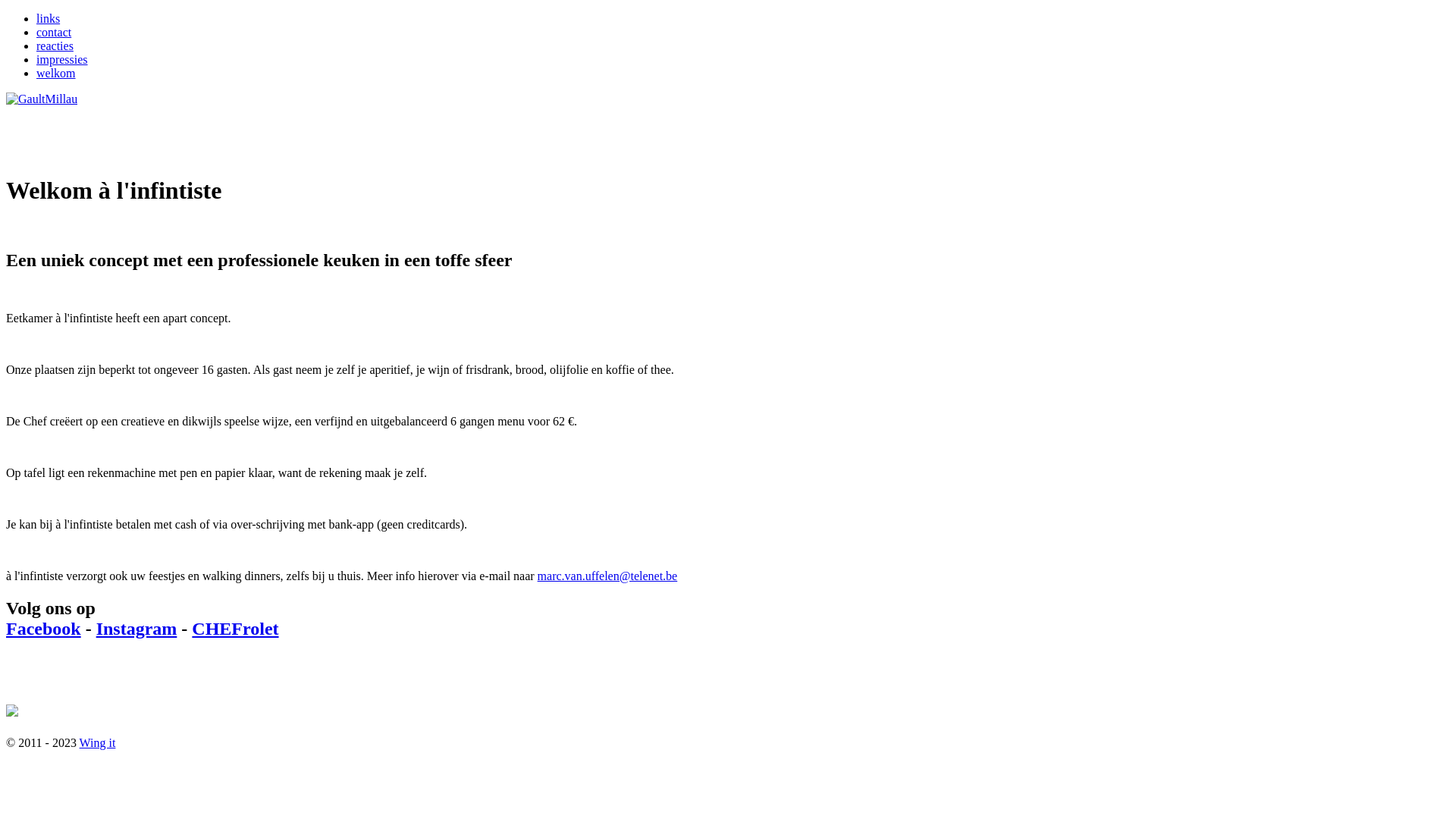 The image size is (1456, 819). What do you see at coordinates (61, 58) in the screenshot?
I see `'impressies'` at bounding box center [61, 58].